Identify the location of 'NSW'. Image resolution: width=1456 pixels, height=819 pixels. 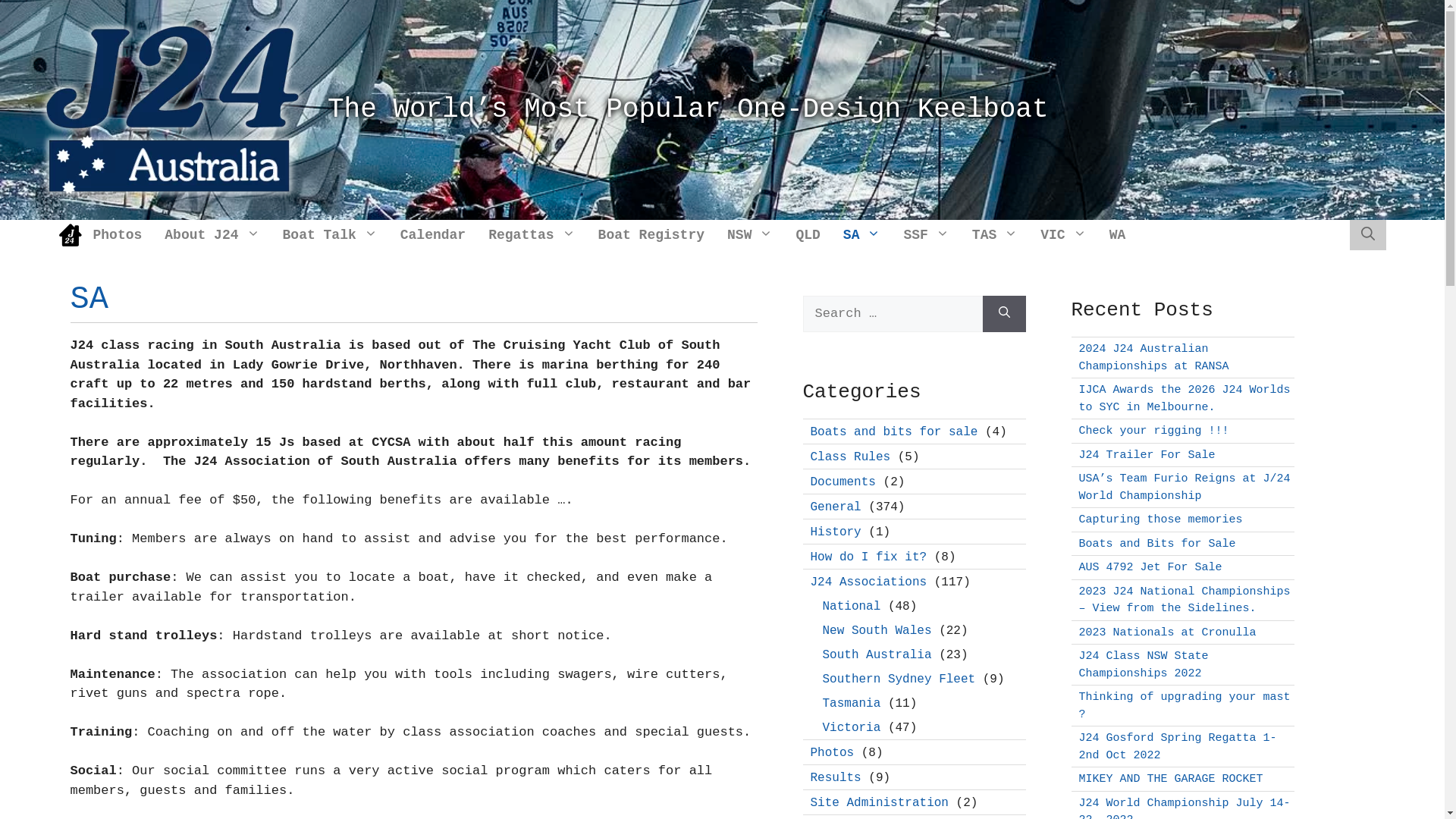
(749, 234).